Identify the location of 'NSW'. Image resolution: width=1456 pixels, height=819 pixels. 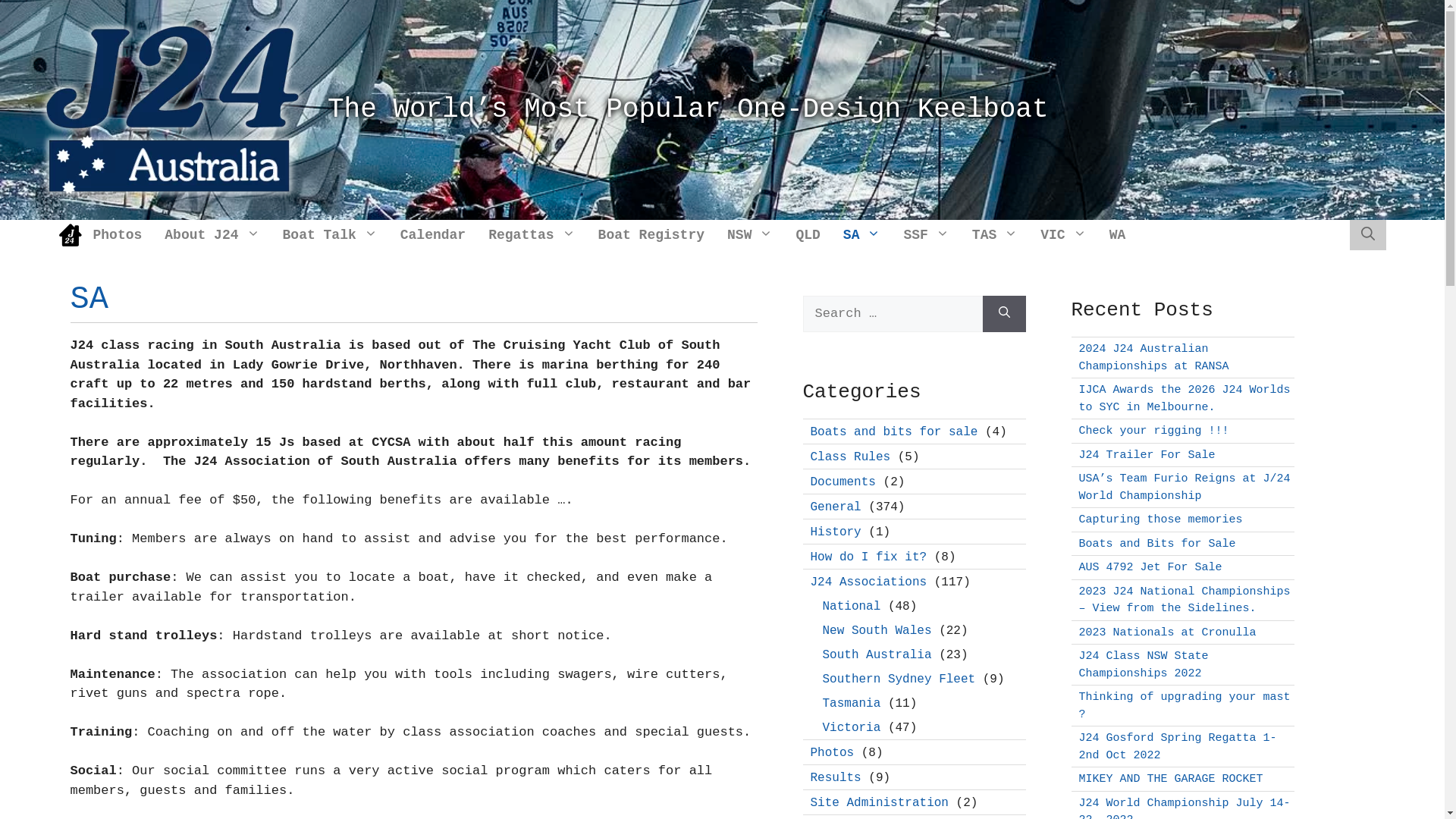
(749, 234).